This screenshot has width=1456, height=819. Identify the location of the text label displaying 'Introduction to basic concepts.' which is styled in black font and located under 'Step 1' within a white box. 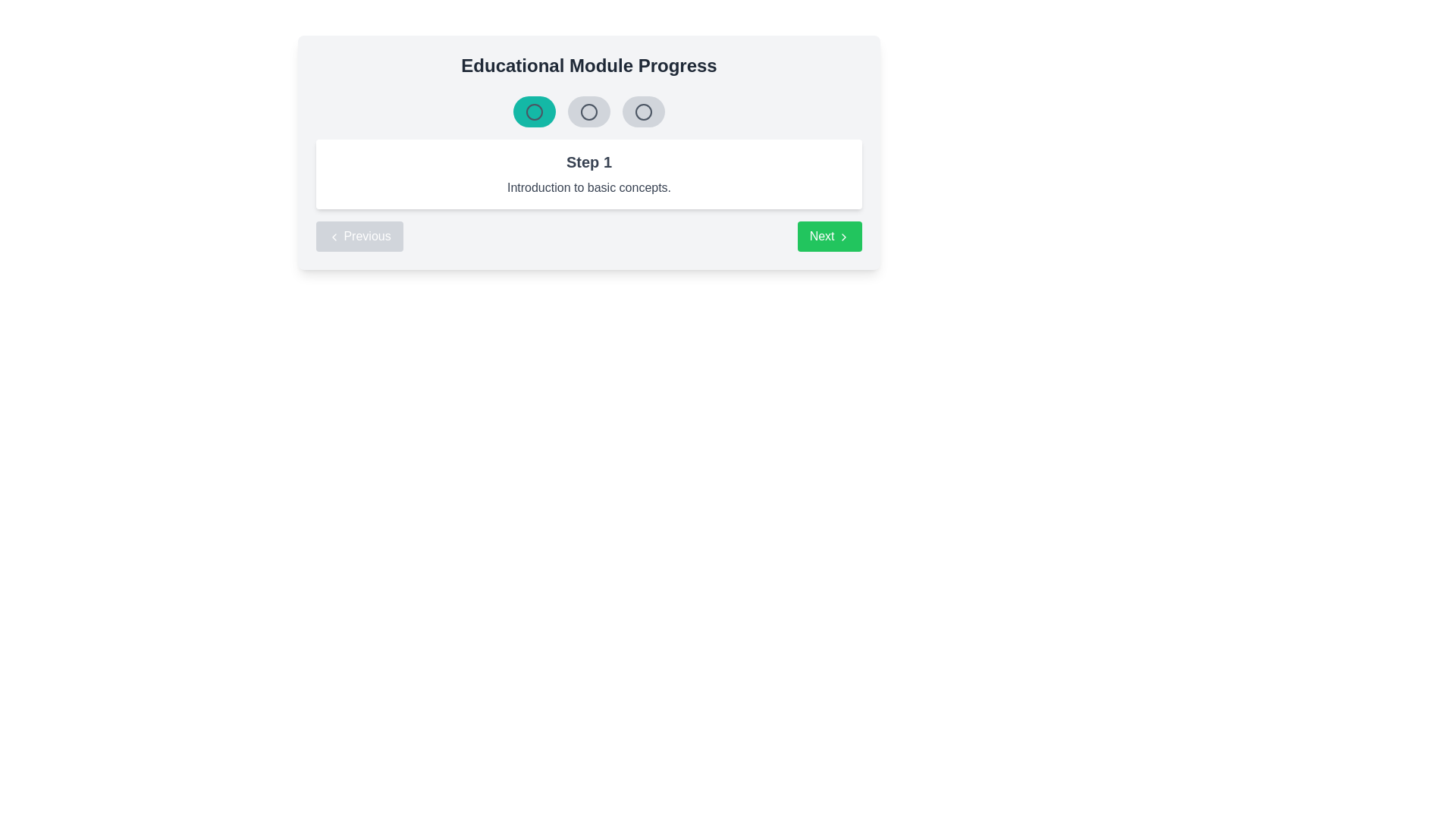
(588, 186).